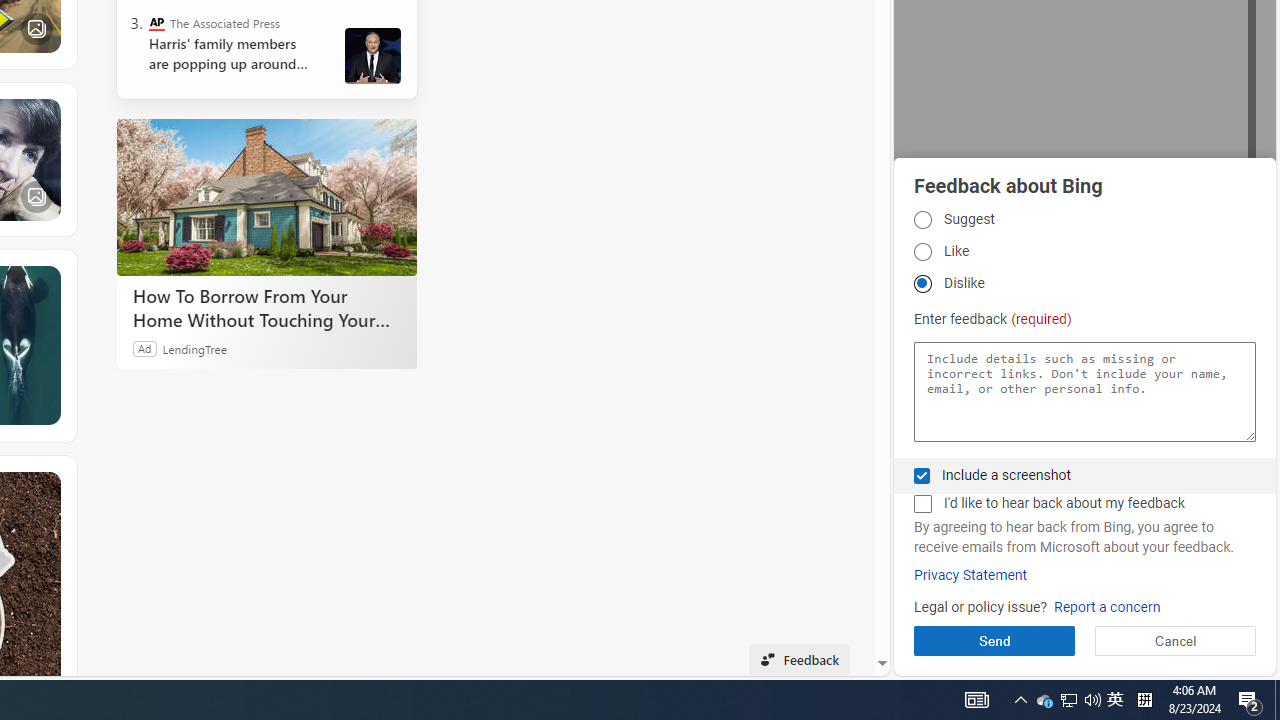 This screenshot has height=720, width=1280. Describe the element at coordinates (921, 219) in the screenshot. I see `'AutomationID: fbpgdgtp1'` at that location.